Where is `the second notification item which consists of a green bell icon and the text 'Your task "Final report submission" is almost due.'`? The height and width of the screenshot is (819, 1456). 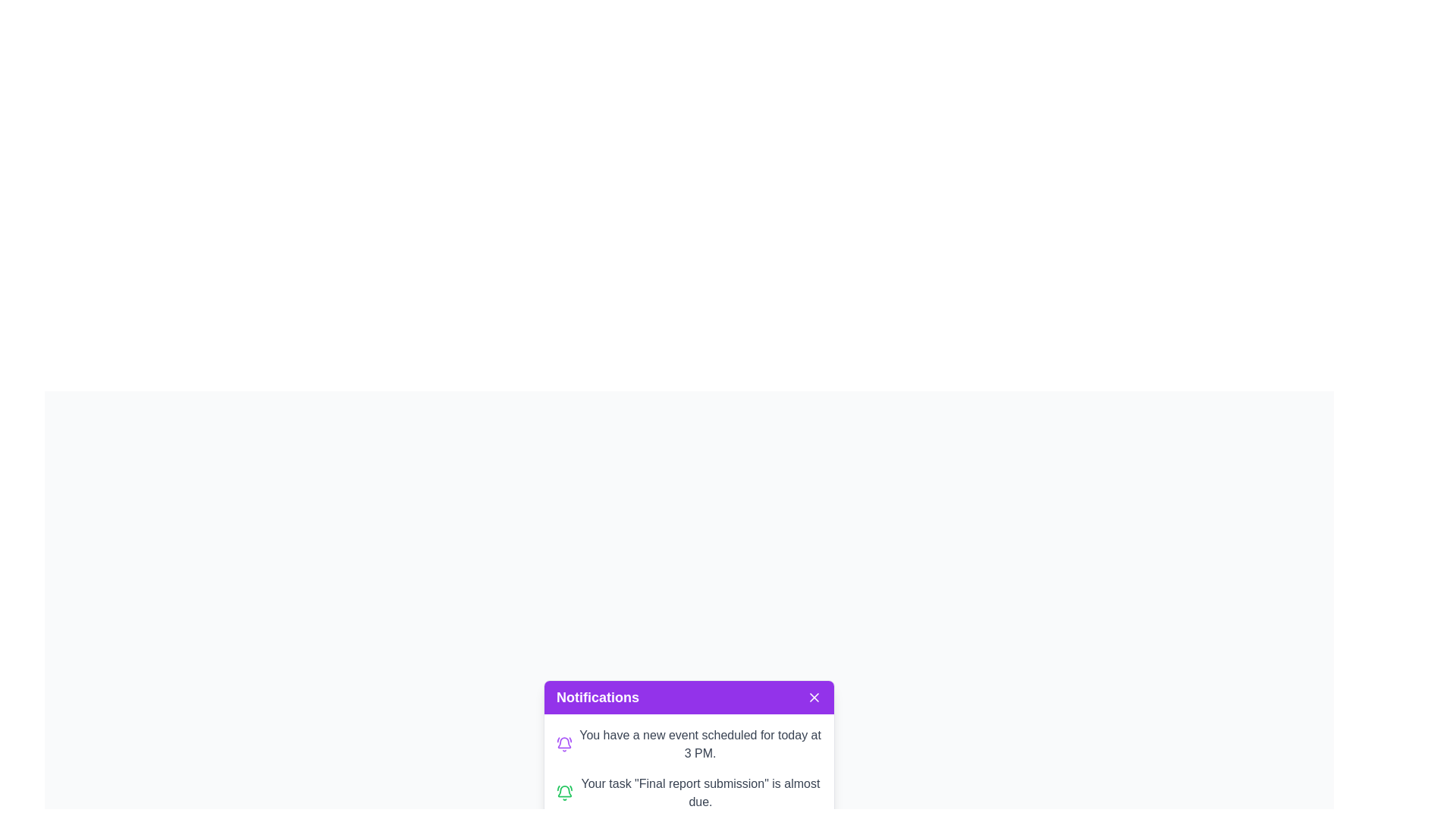
the second notification item which consists of a green bell icon and the text 'Your task "Final report submission" is almost due.' is located at coordinates (688, 792).